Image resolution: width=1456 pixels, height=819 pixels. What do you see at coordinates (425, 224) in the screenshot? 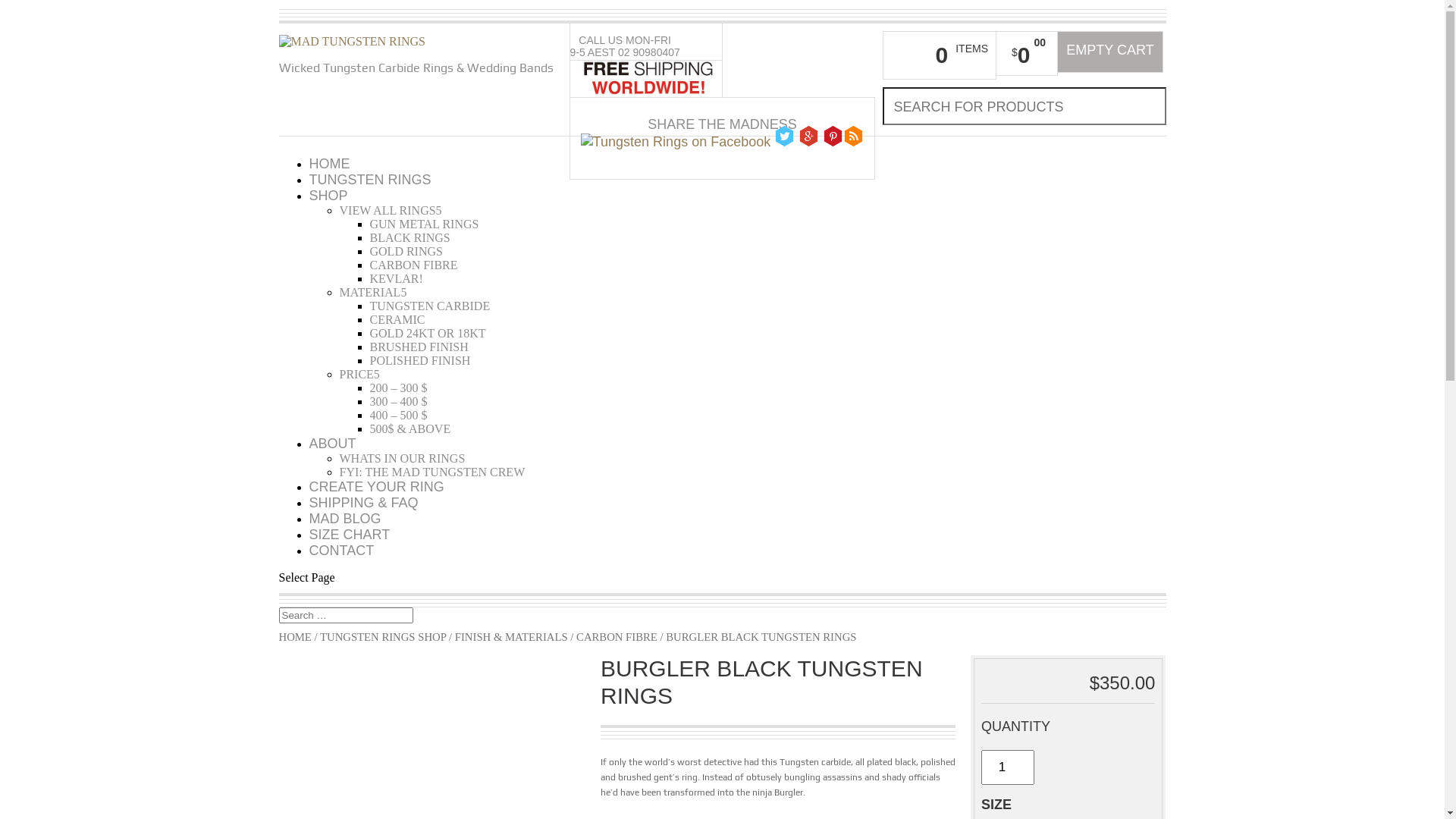
I see `'GUN METAL RINGS'` at bounding box center [425, 224].